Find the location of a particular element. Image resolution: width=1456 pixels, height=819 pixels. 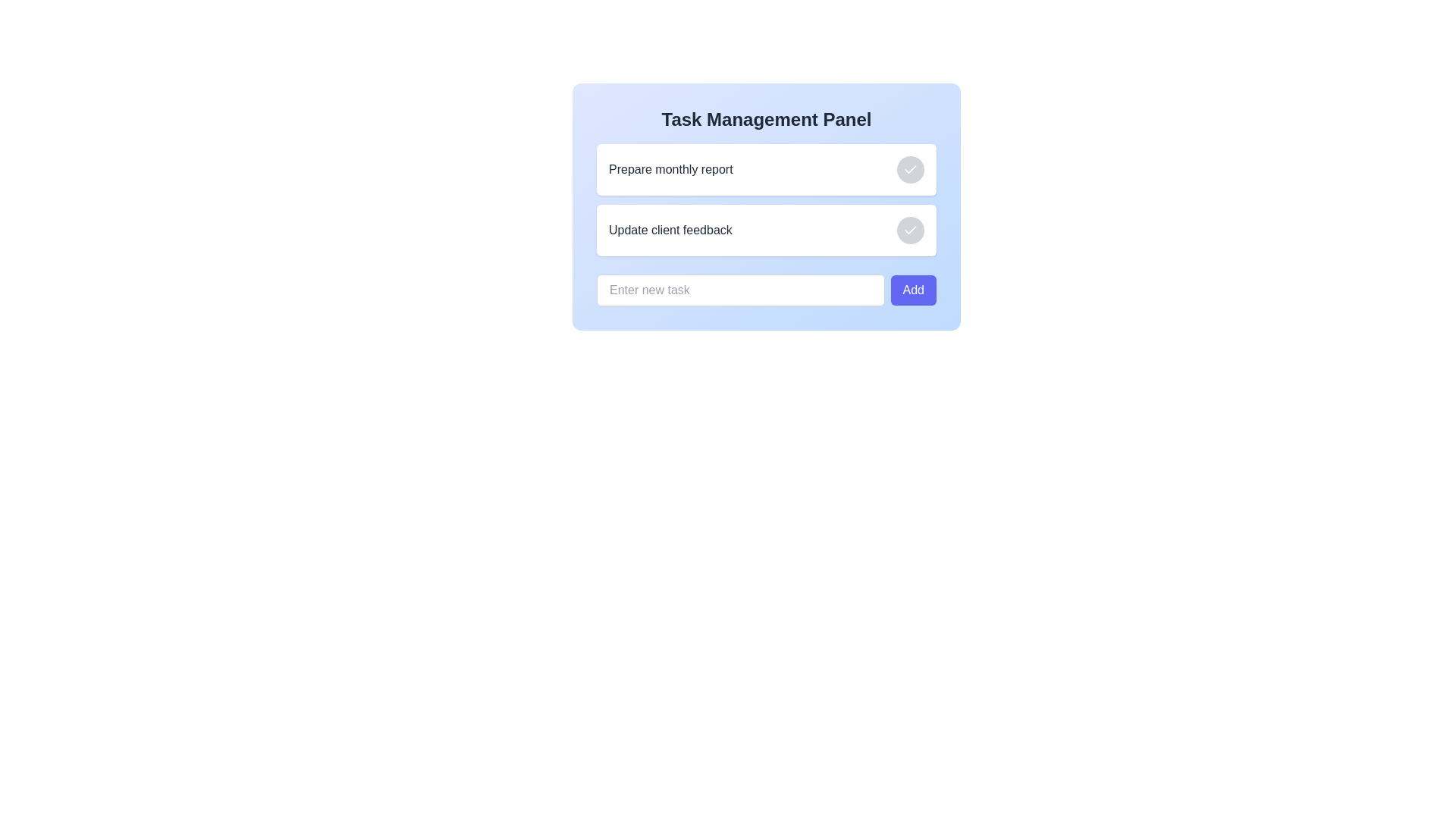

the 'Prepare monthly report' task display item in the Task Management Panel is located at coordinates (767, 169).